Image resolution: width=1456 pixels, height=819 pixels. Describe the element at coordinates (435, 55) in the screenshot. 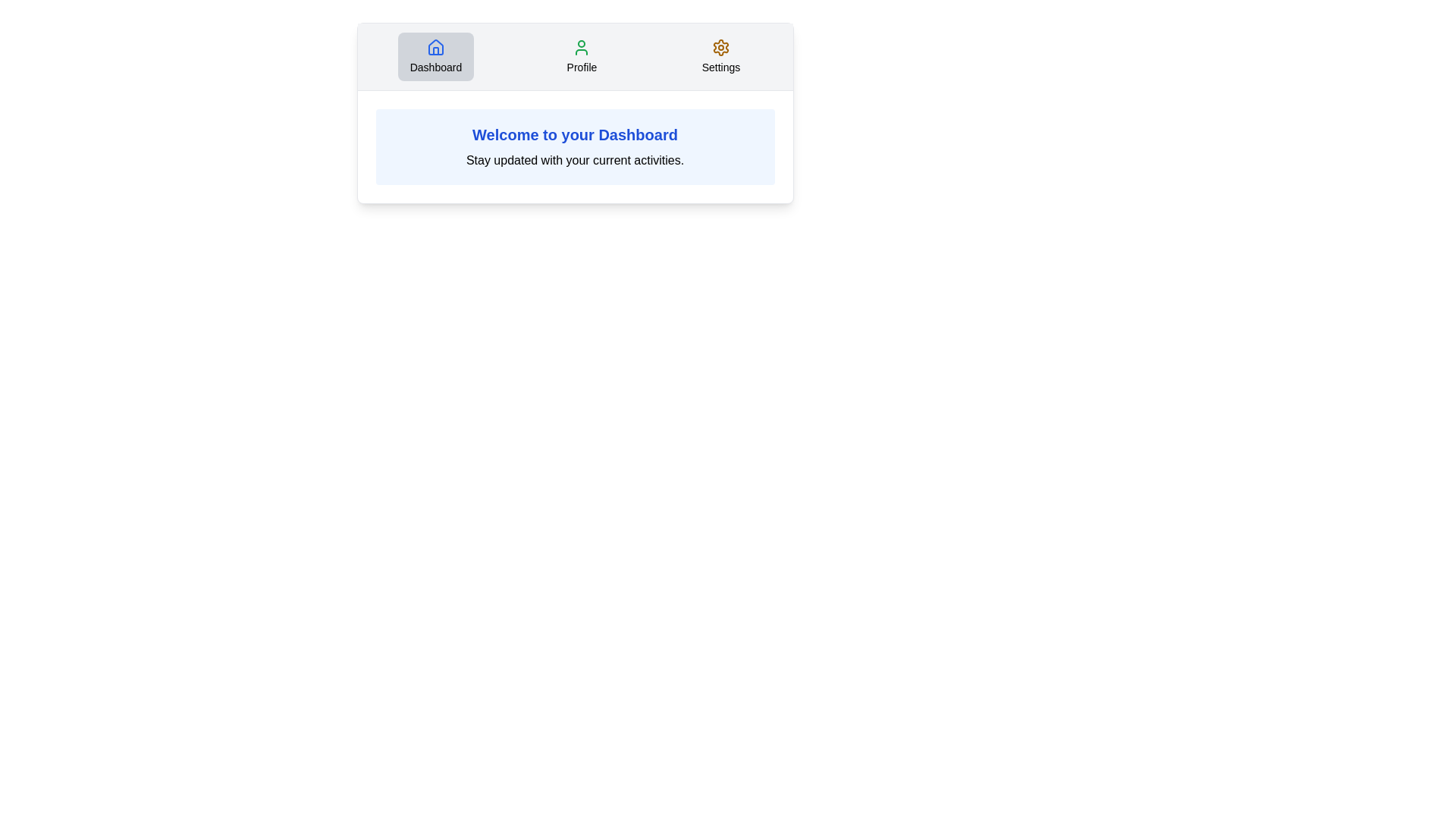

I see `the Dashboard tab to observe its hover effect` at that location.